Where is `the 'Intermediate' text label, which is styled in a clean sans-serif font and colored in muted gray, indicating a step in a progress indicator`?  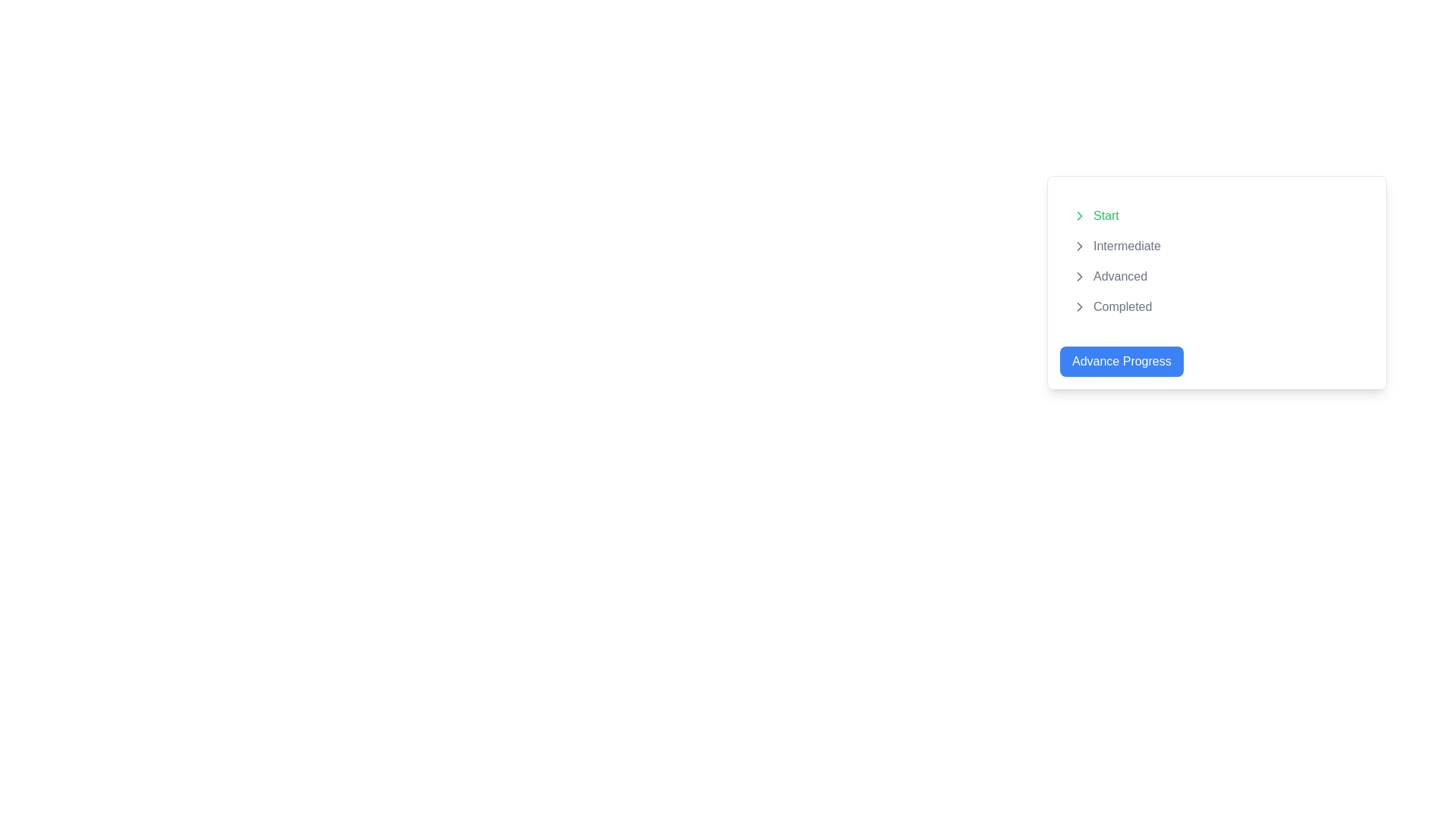 the 'Intermediate' text label, which is styled in a clean sans-serif font and colored in muted gray, indicating a step in a progress indicator is located at coordinates (1127, 245).